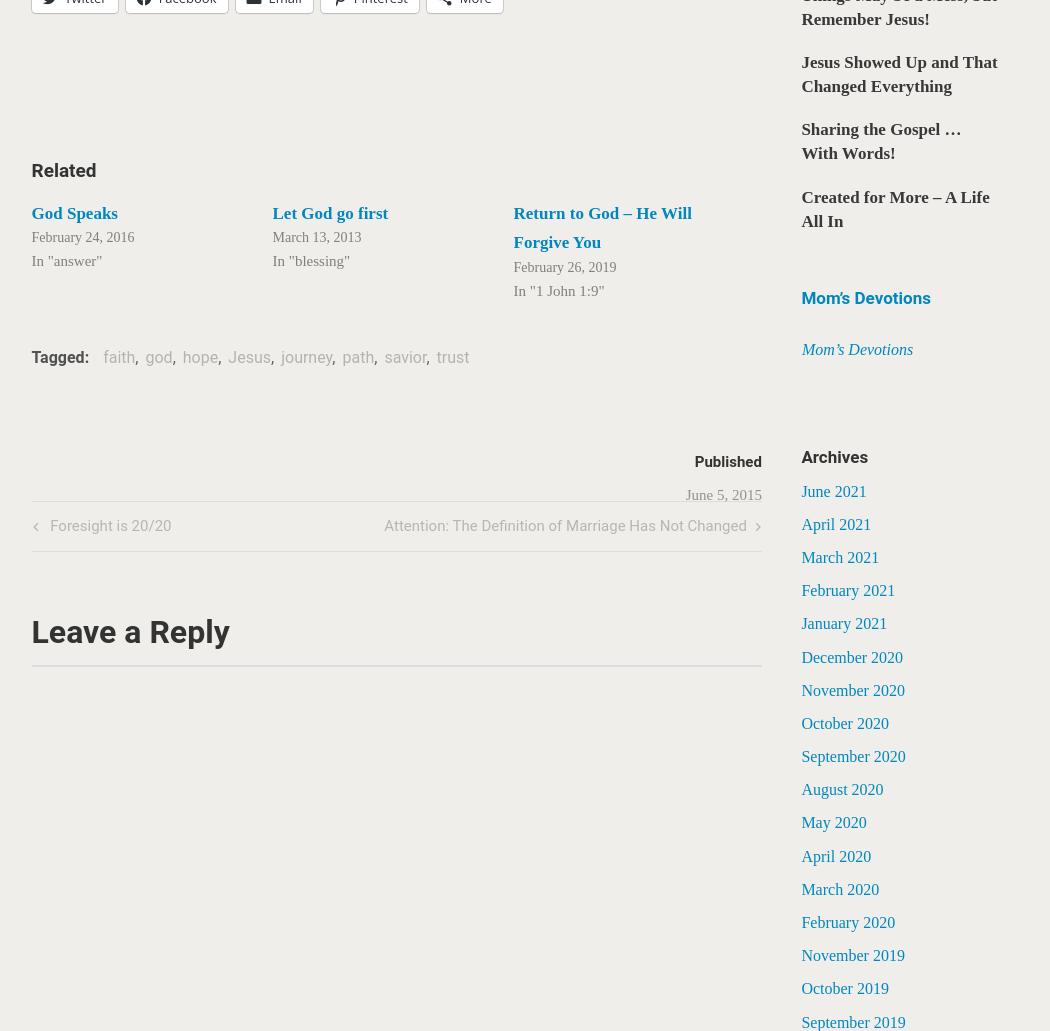  Describe the element at coordinates (800, 656) in the screenshot. I see `'December 2020'` at that location.